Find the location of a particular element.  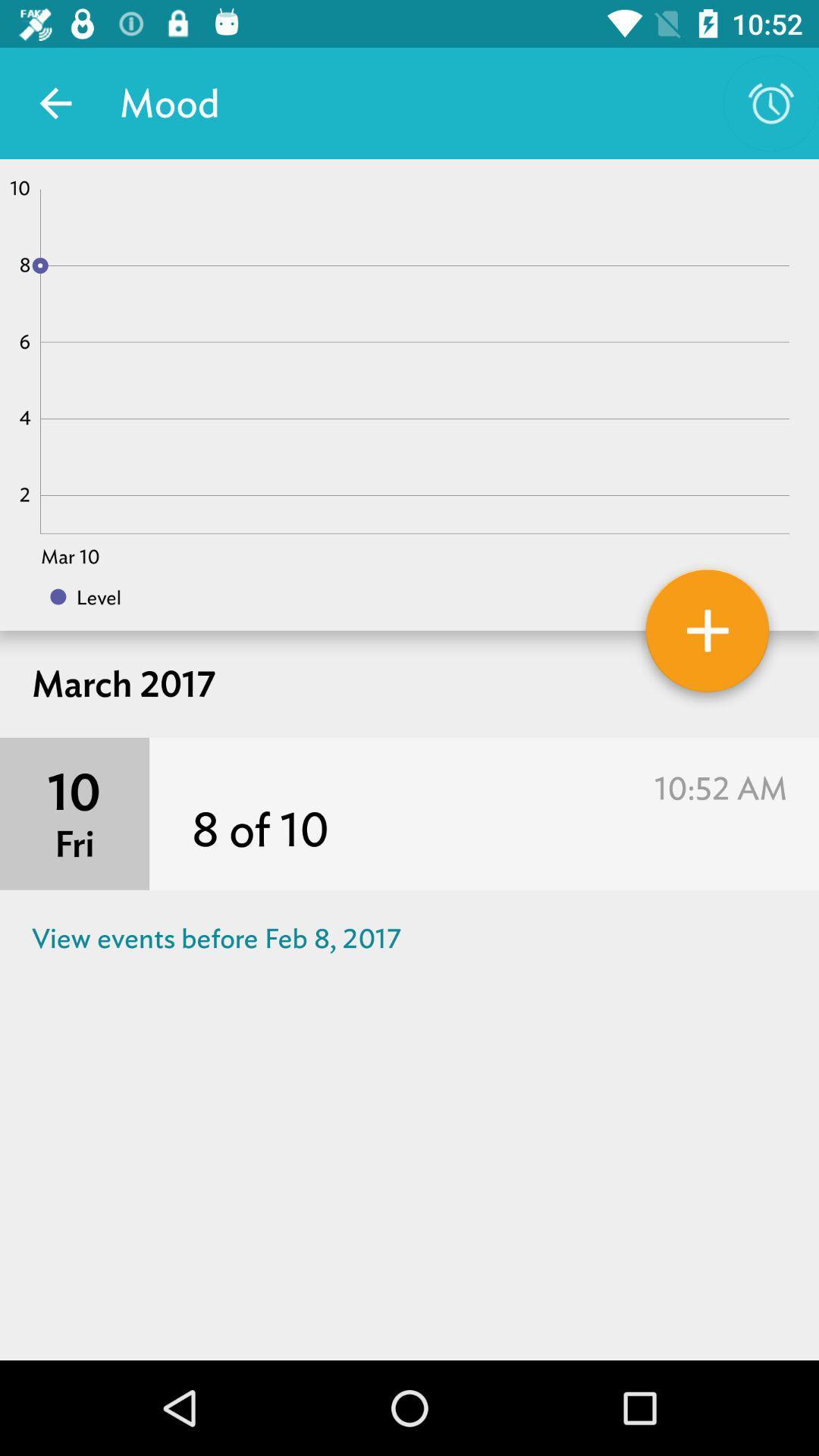

go back is located at coordinates (55, 102).